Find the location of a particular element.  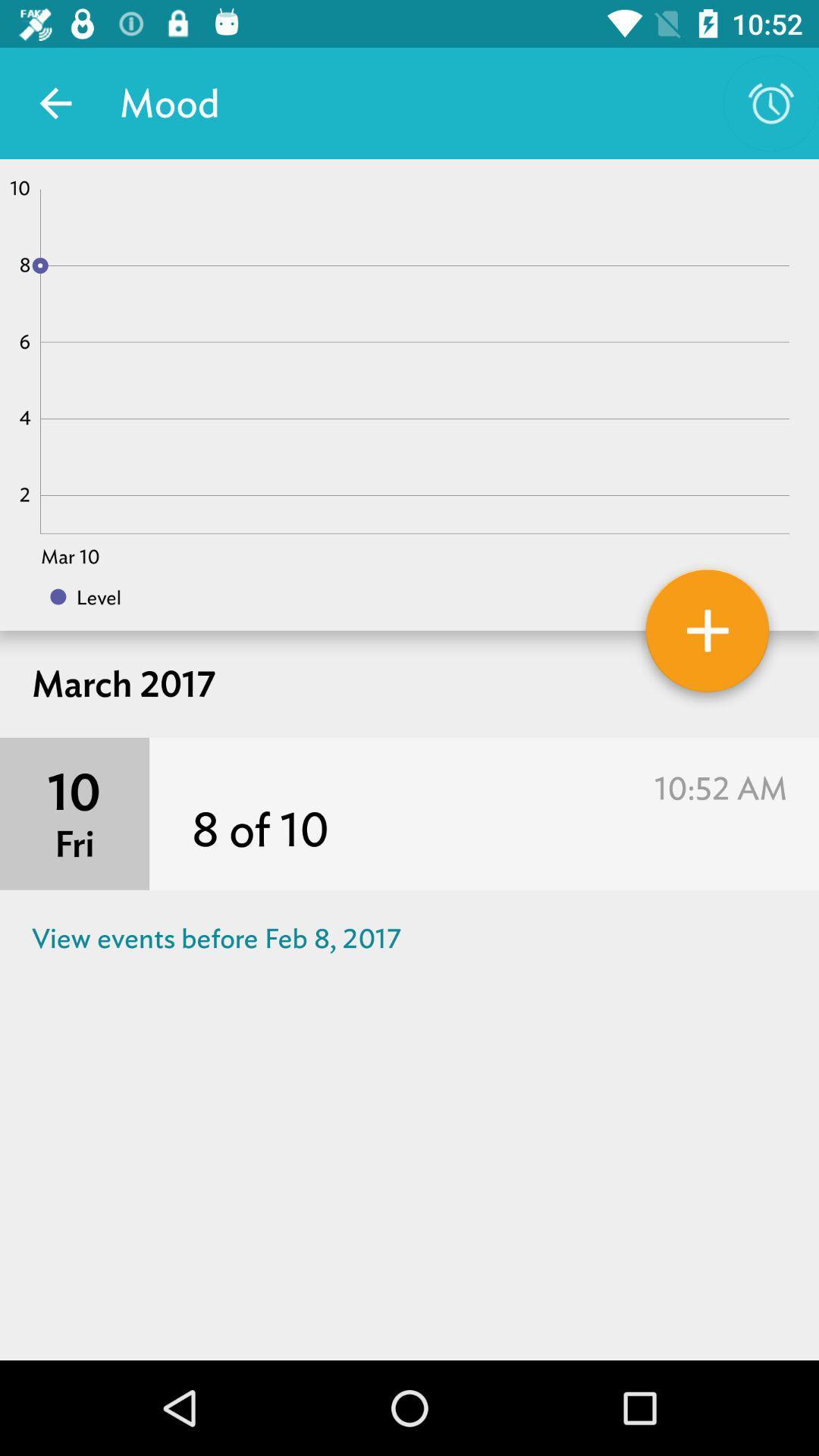

go back is located at coordinates (55, 102).